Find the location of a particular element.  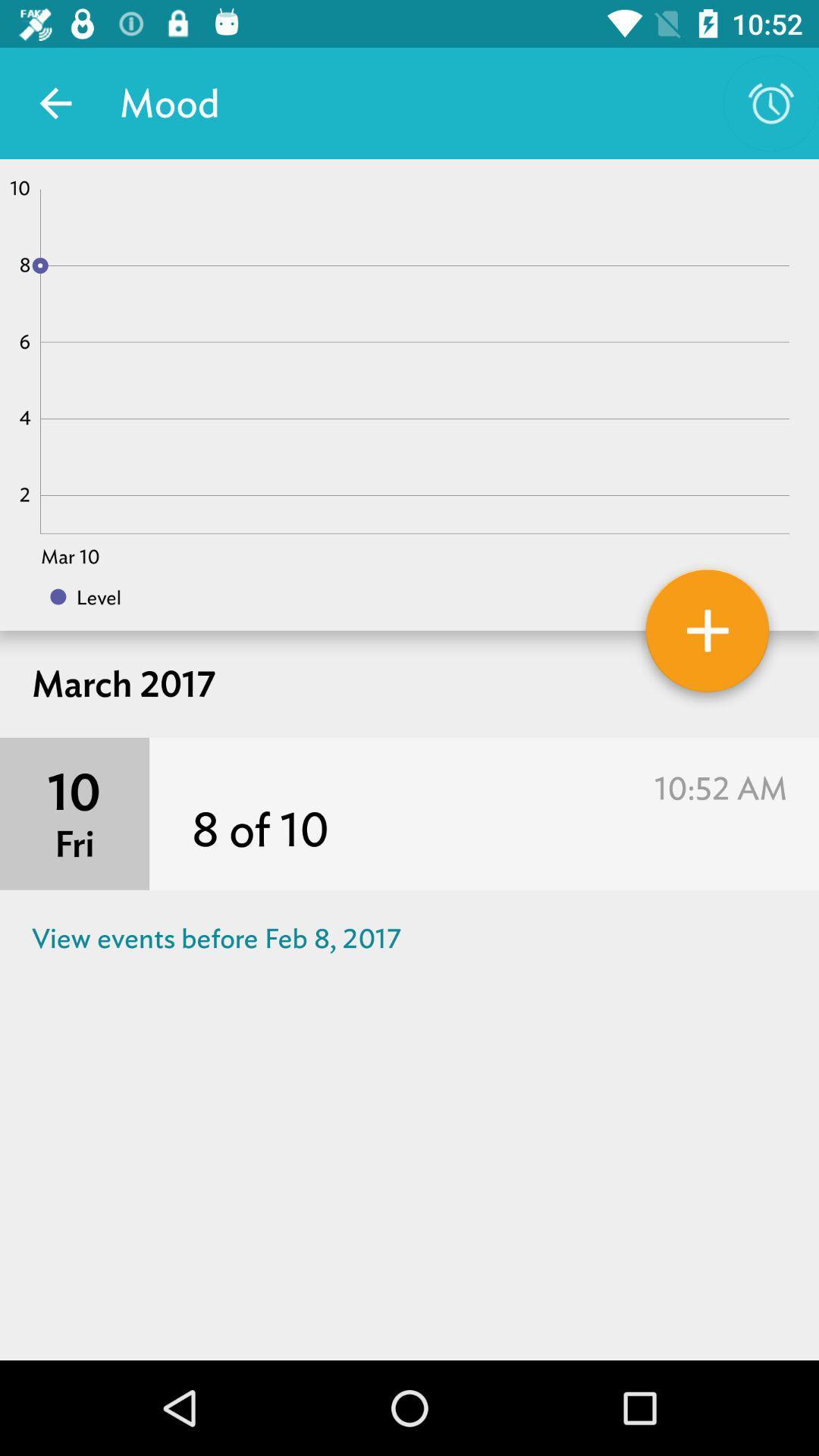

go back is located at coordinates (55, 102).